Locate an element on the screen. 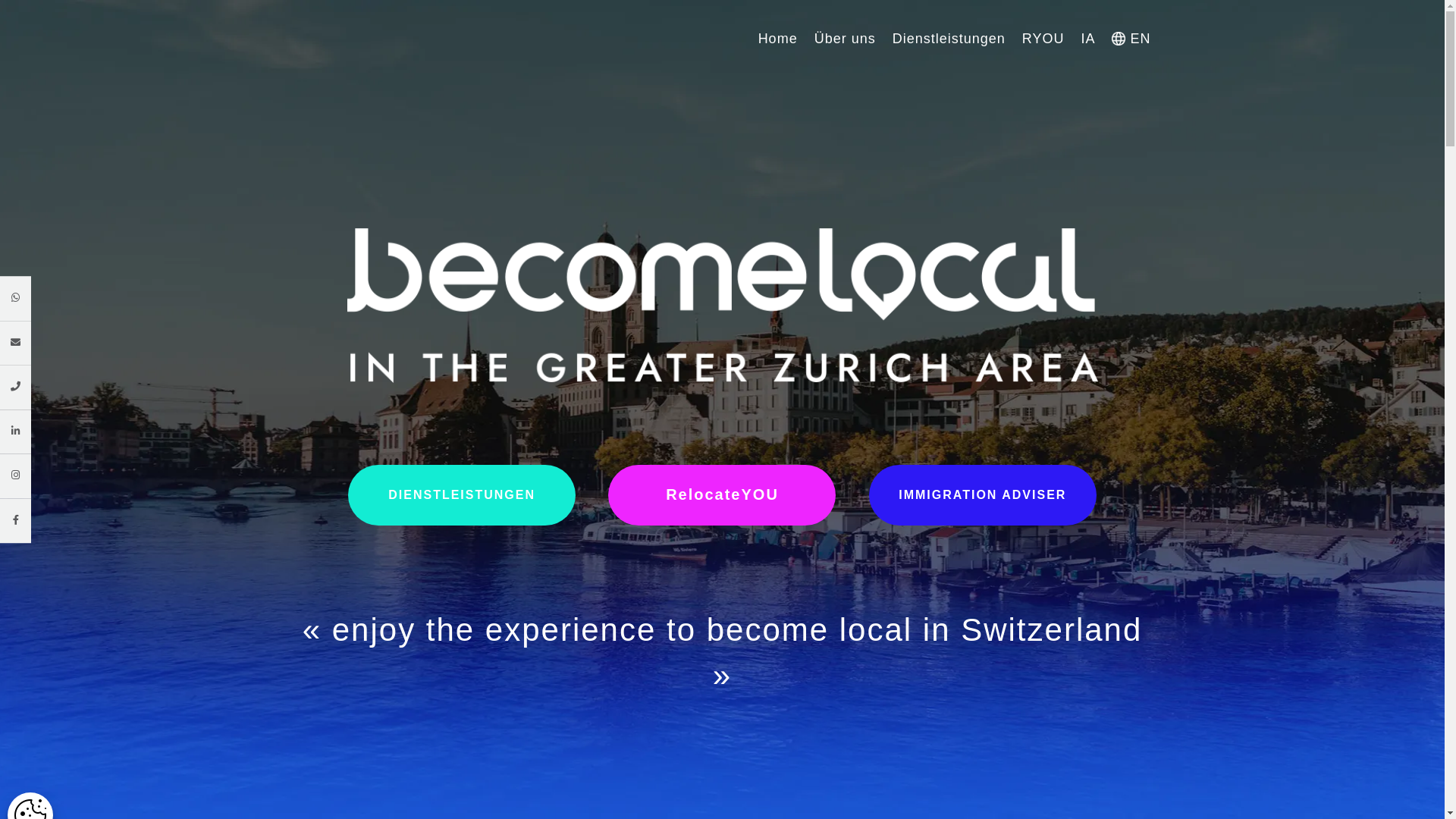 The image size is (1456, 819). 'RelocateYOU' is located at coordinates (720, 494).